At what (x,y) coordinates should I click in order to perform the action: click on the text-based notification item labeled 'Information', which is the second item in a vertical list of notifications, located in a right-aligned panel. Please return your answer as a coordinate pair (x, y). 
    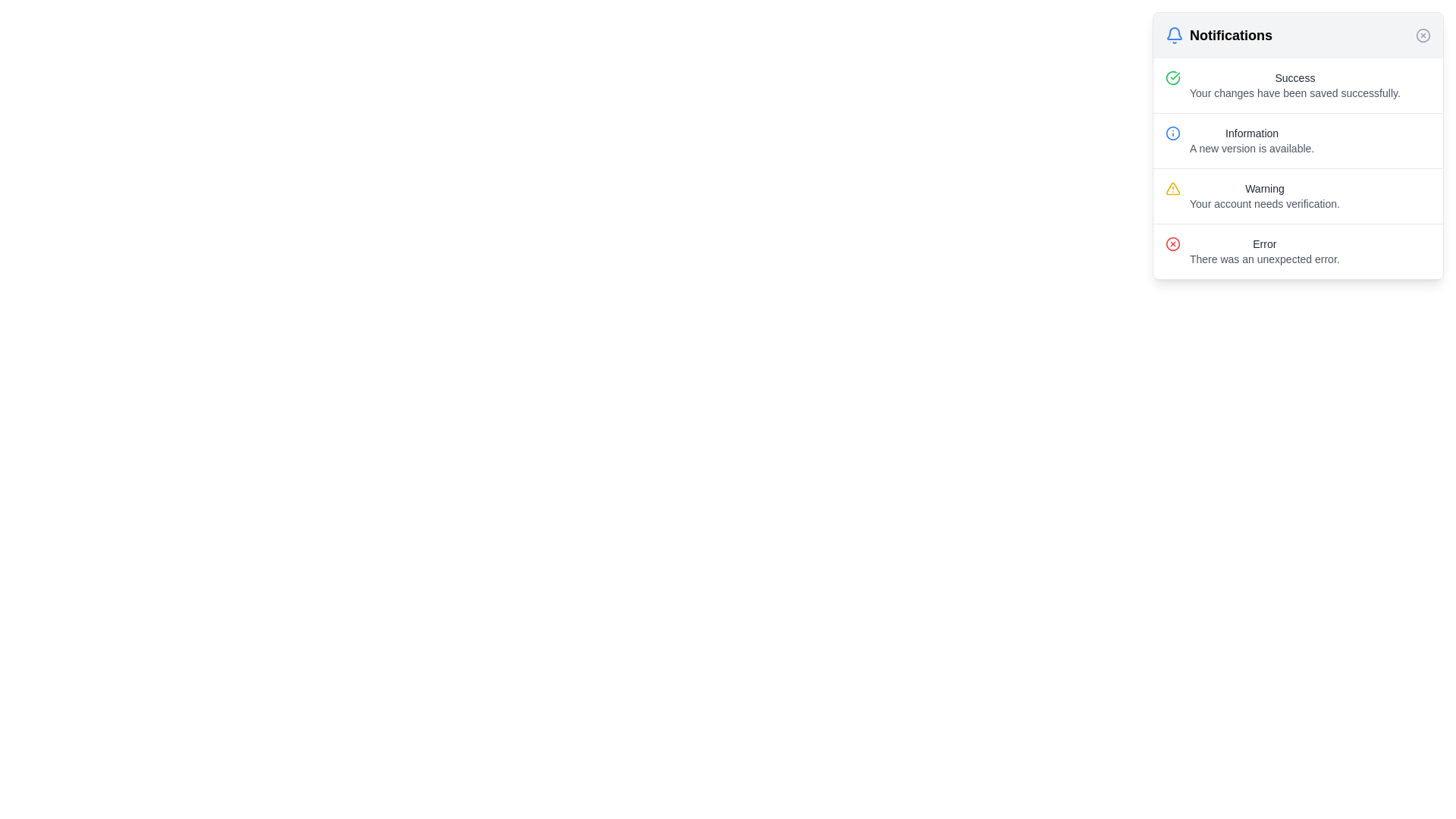
    Looking at the image, I should click on (1252, 140).